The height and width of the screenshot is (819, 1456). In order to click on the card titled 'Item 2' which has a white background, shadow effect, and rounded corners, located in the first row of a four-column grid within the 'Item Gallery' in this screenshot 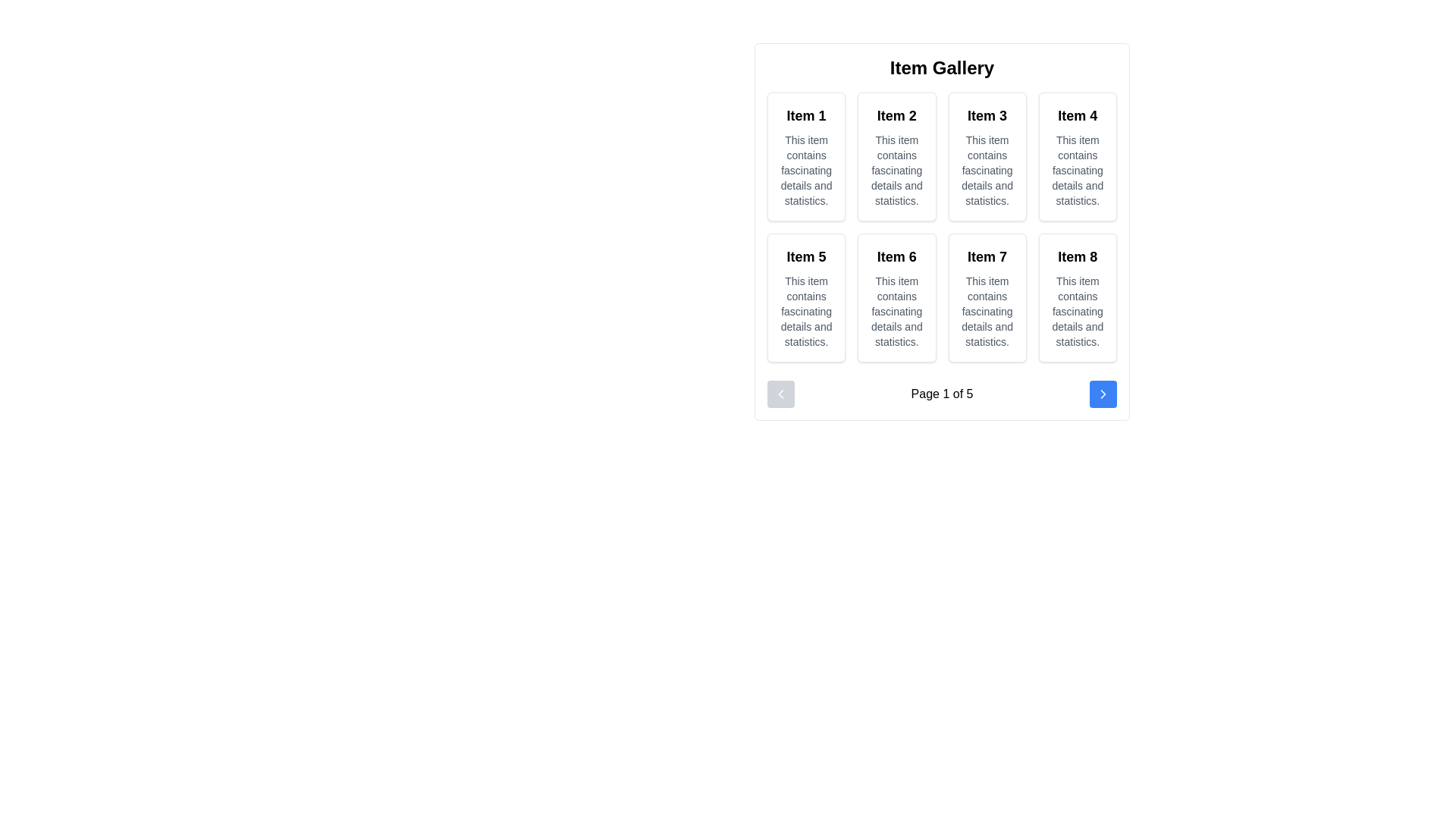, I will do `click(896, 157)`.